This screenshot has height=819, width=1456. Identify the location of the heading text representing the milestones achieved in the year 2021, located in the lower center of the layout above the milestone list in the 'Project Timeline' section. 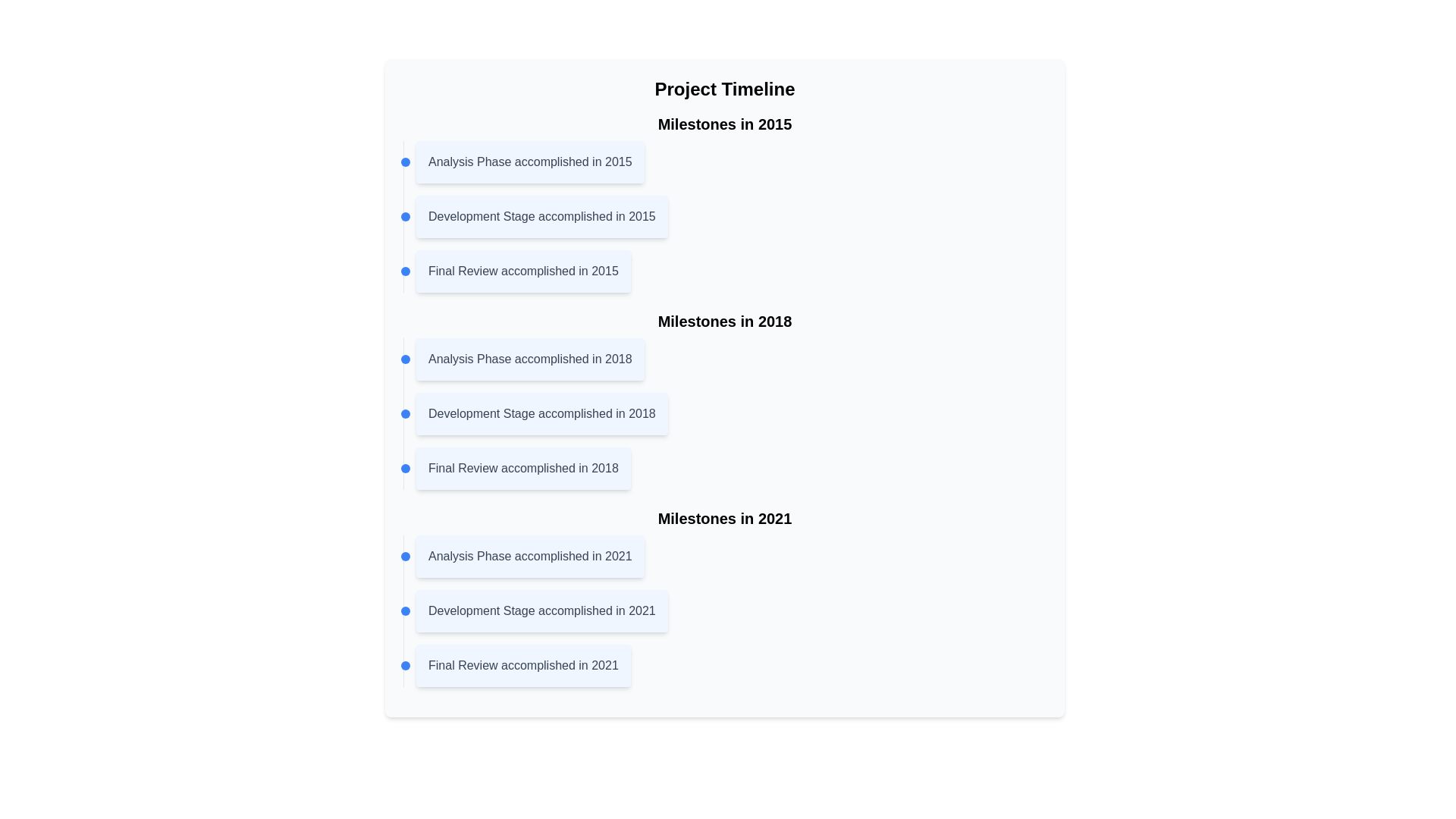
(723, 517).